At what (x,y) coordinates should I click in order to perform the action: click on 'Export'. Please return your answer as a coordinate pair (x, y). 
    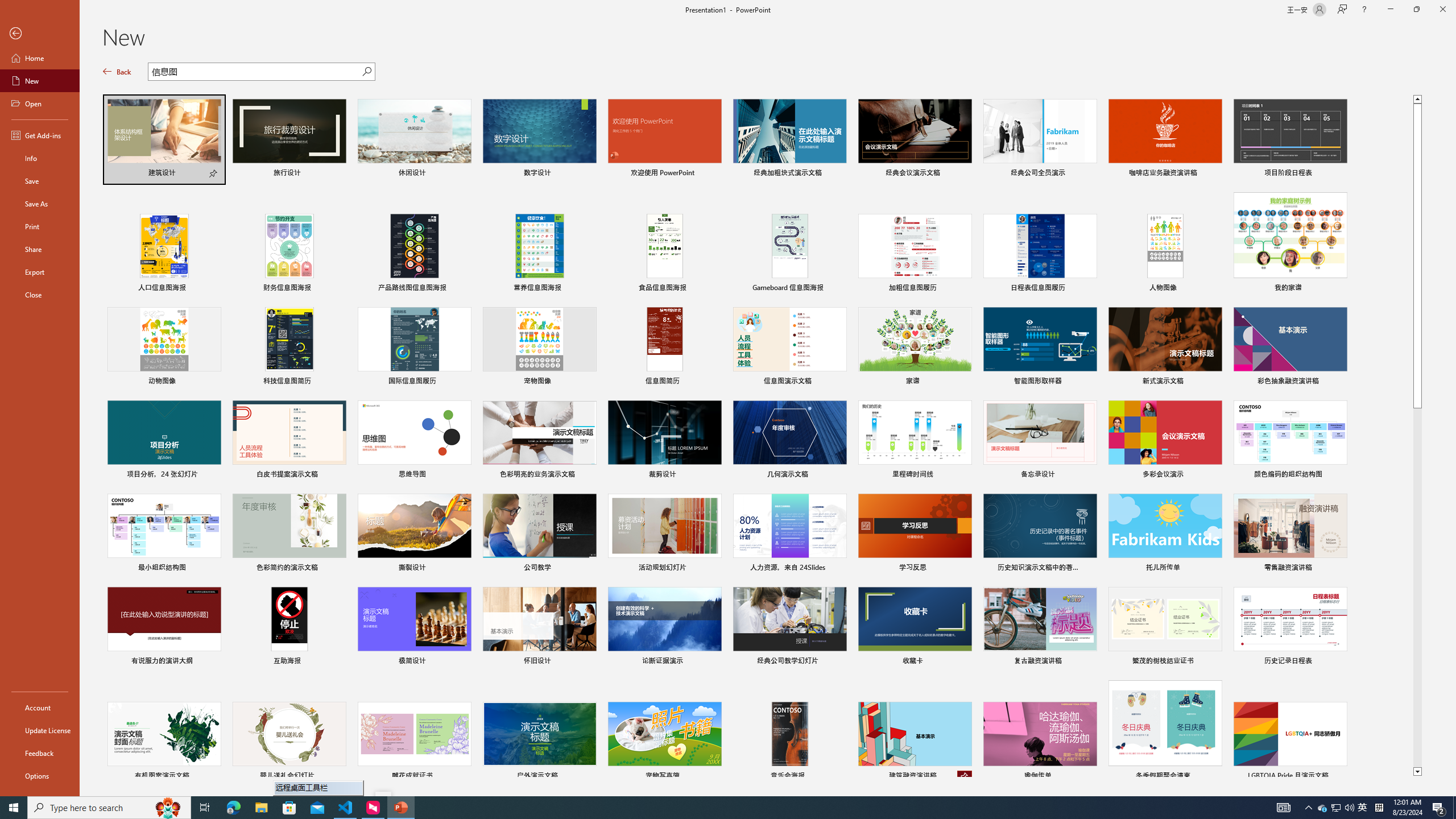
    Looking at the image, I should click on (39, 272).